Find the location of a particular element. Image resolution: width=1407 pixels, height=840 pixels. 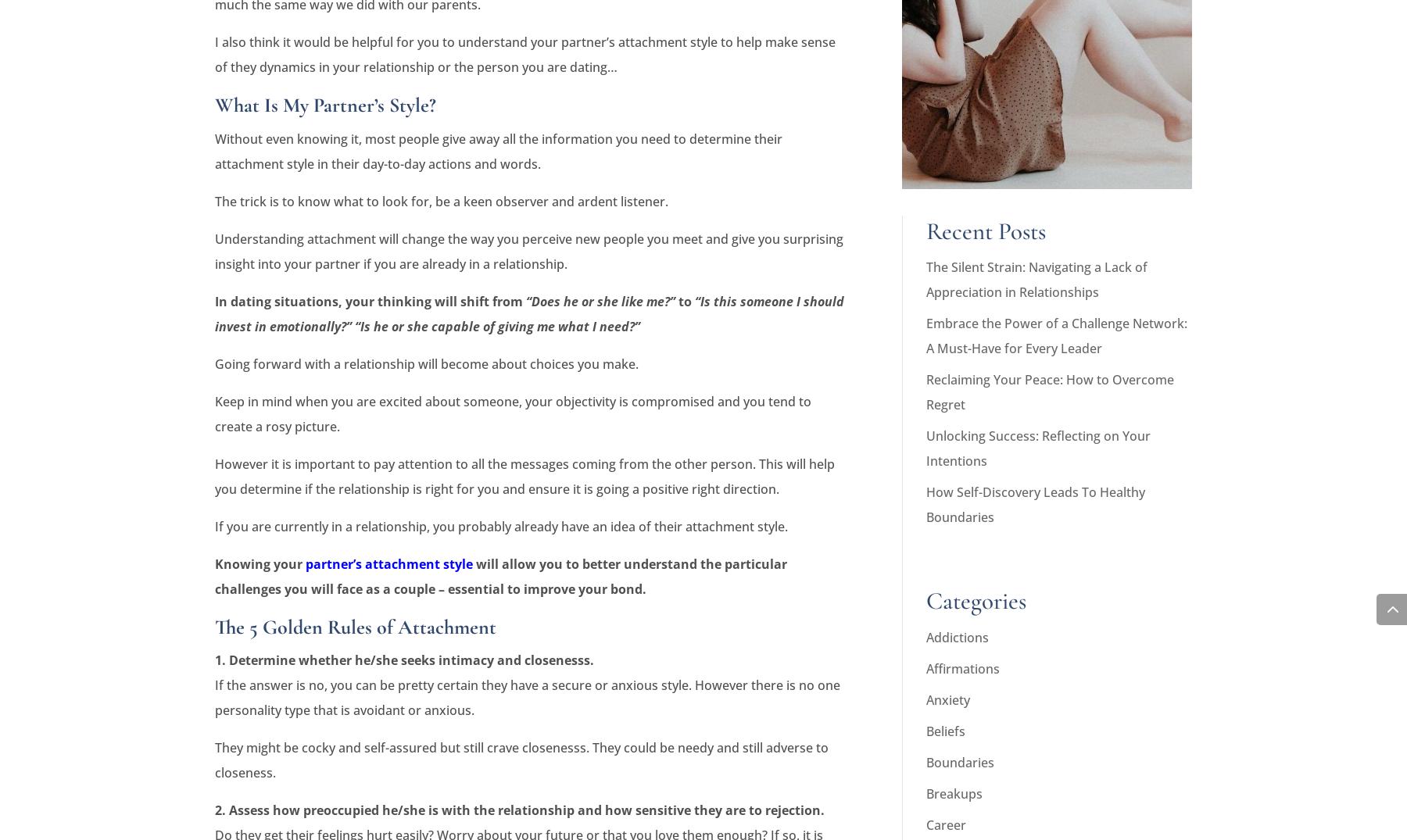

'Beliefs' is located at coordinates (944, 731).